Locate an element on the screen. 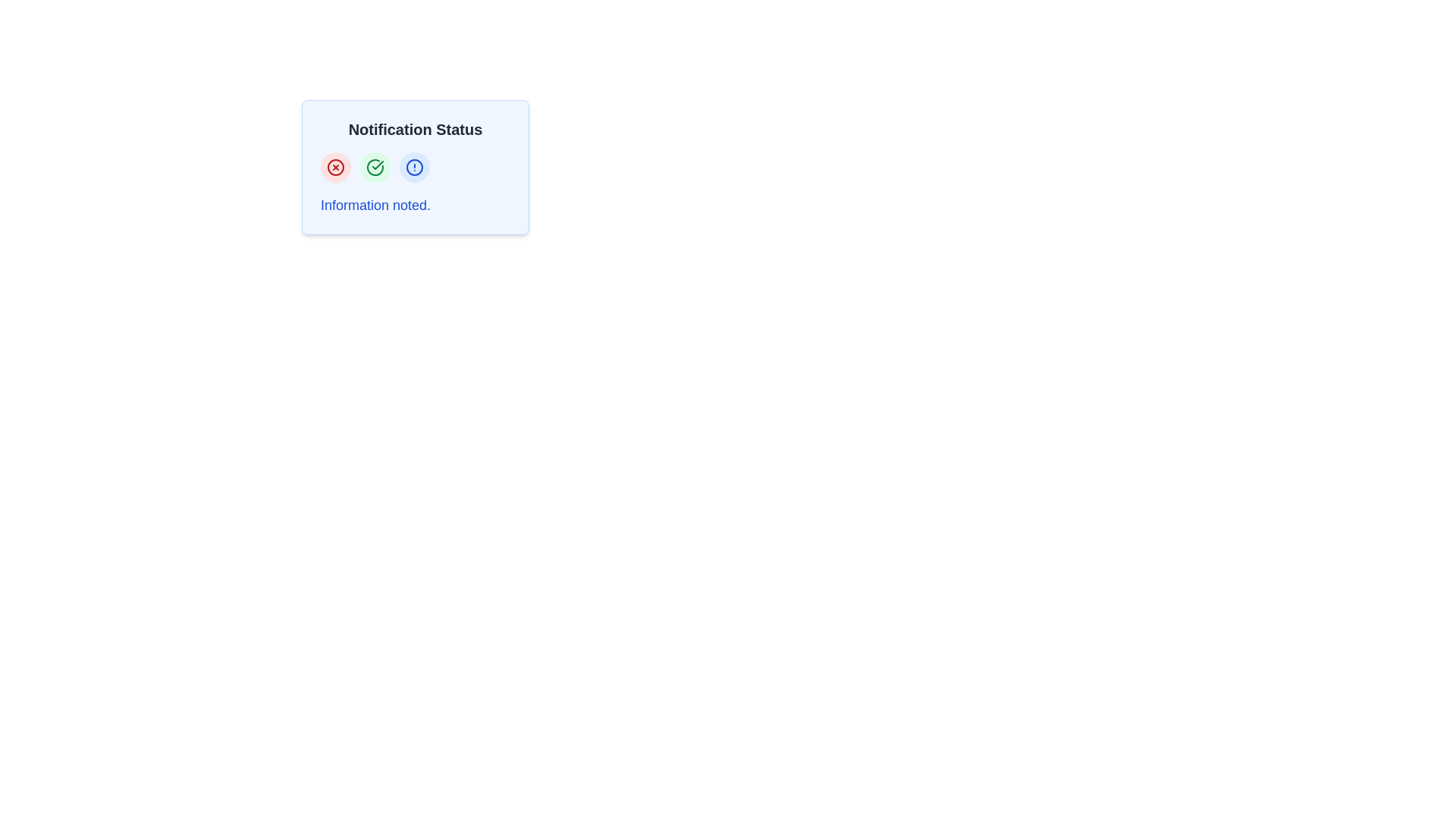 The height and width of the screenshot is (819, 1456). the red circular cancel icon with a white X symbol is located at coordinates (334, 167).